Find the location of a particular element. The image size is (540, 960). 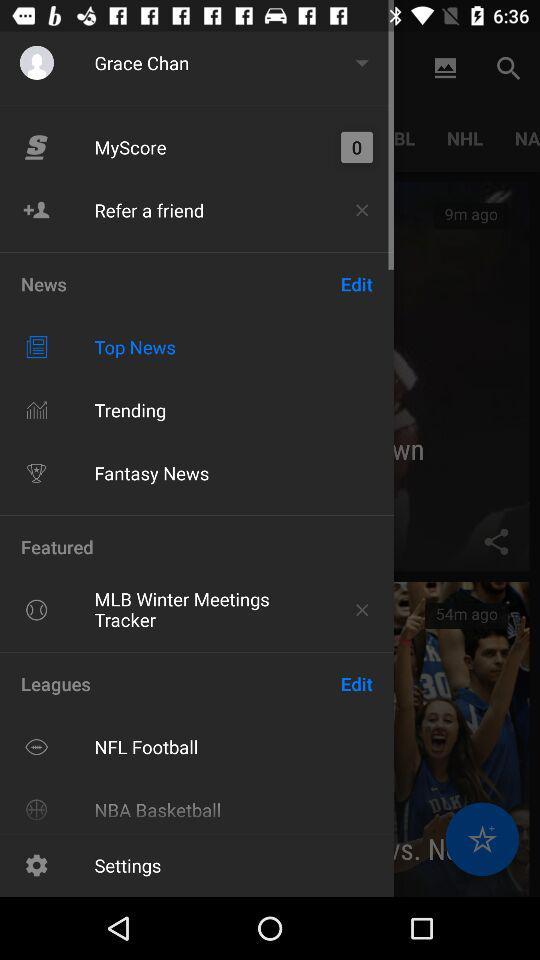

the logo on left to the button my score on the web page is located at coordinates (36, 146).